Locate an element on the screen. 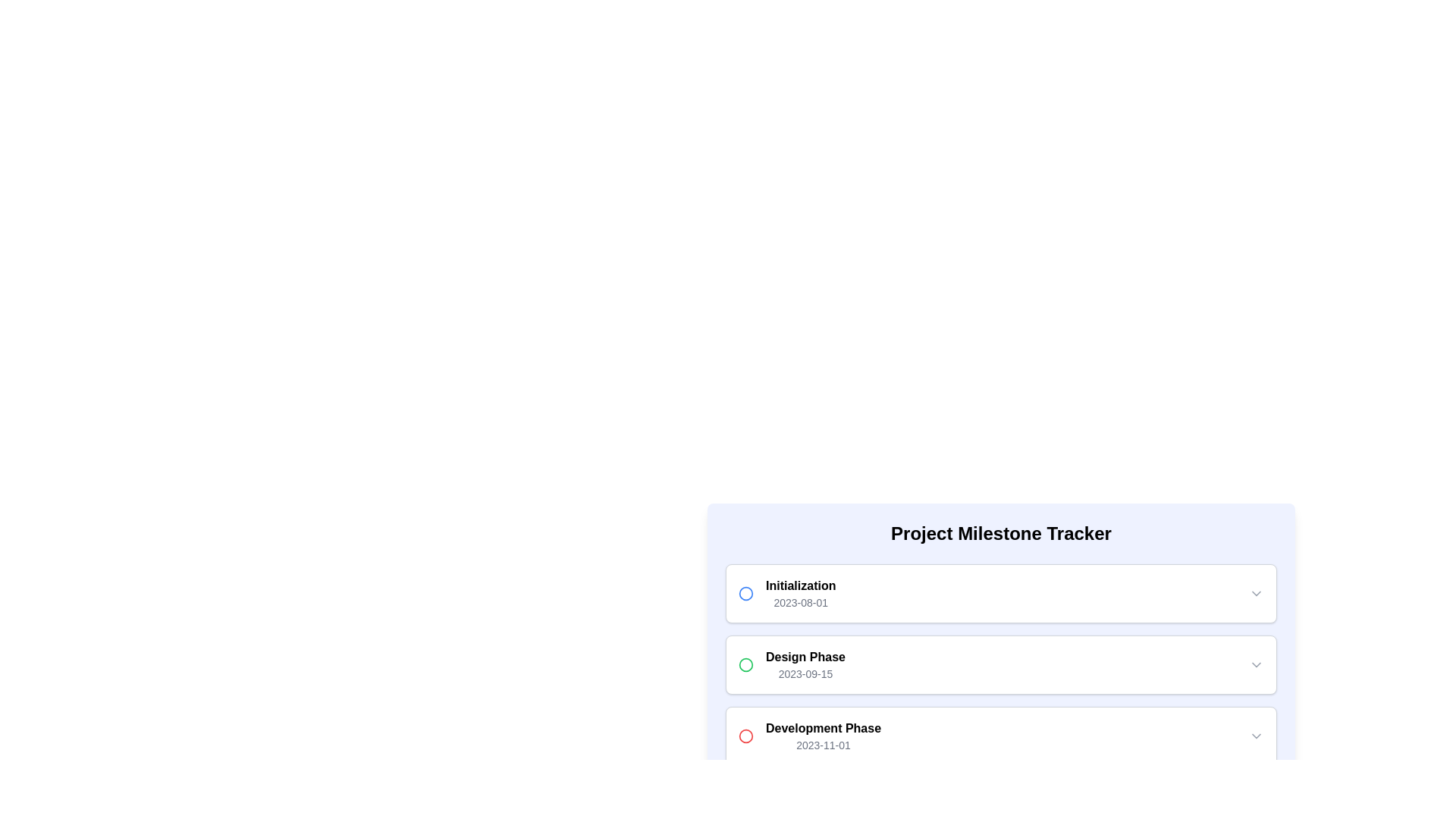 The width and height of the screenshot is (1456, 819). the downward-facing arrow icon in the 'Design Phase' section is located at coordinates (1256, 664).